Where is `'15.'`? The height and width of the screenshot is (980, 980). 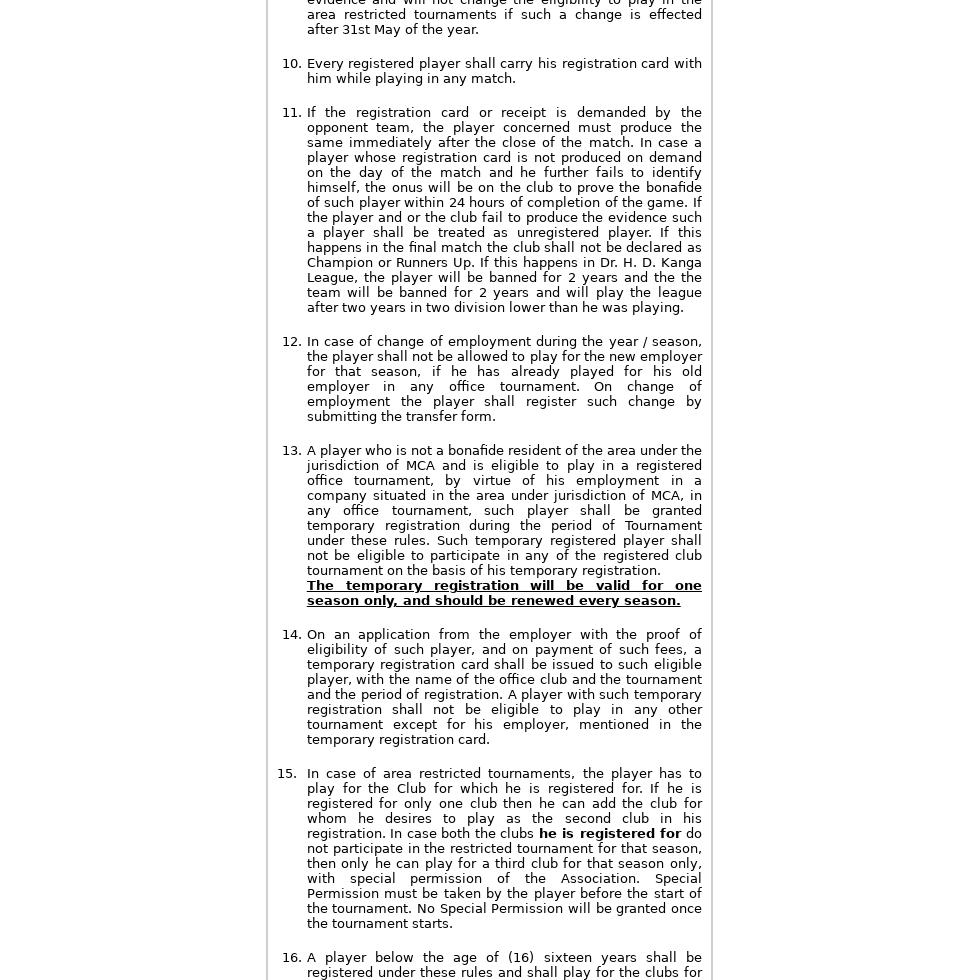 '15.' is located at coordinates (277, 773).